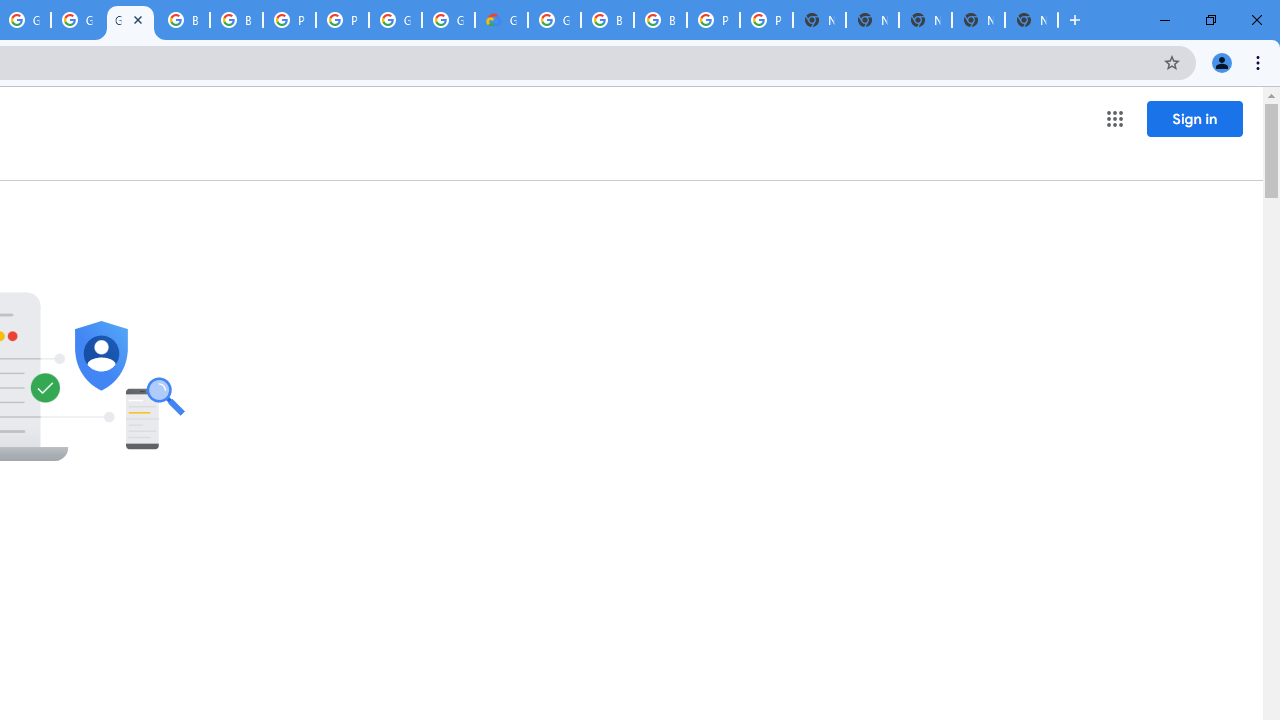  Describe the element at coordinates (183, 20) in the screenshot. I see `'Browse Chrome as a guest - Computer - Google Chrome Help'` at that location.